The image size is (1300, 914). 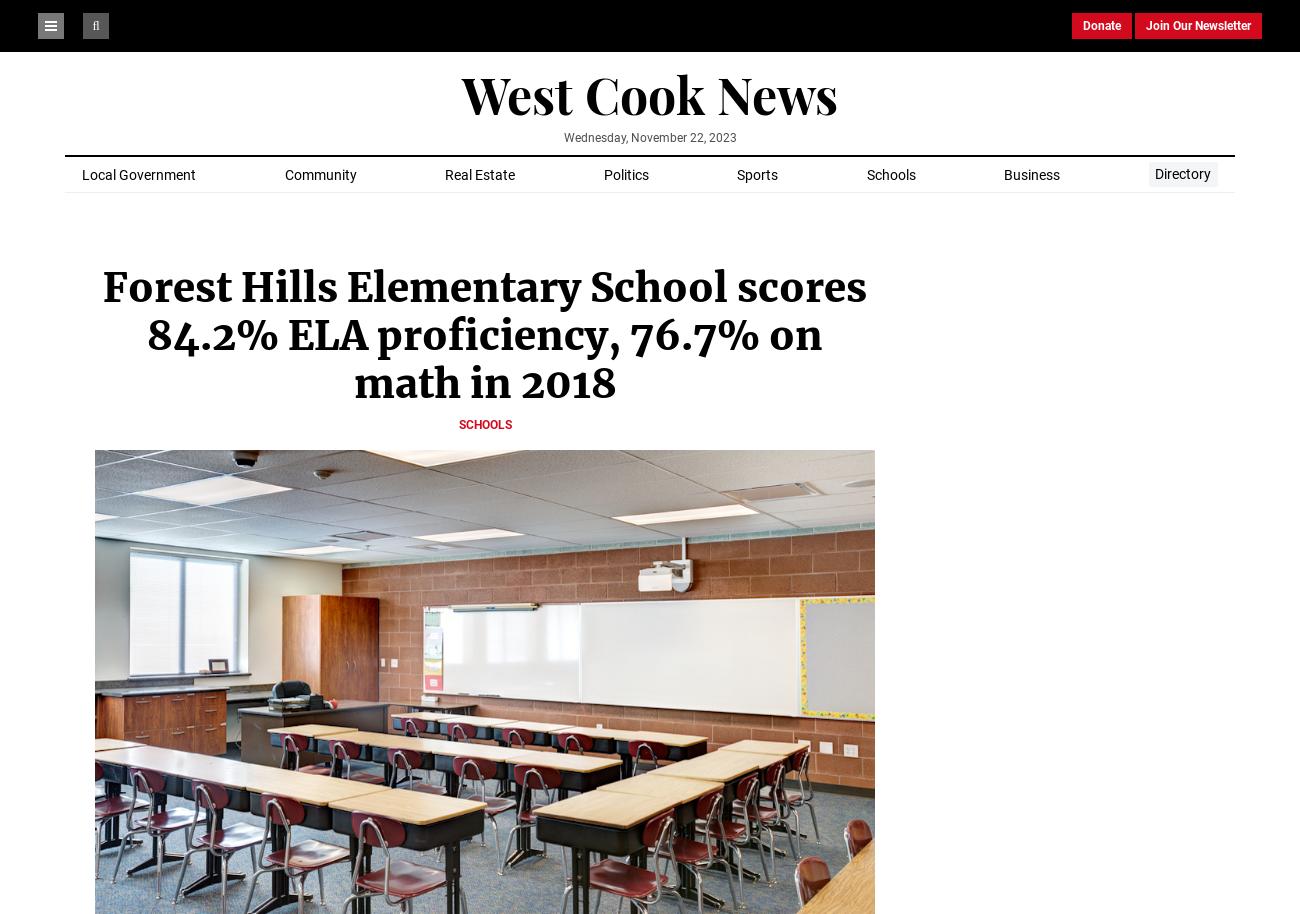 I want to click on 'Local Government', so click(x=137, y=173).